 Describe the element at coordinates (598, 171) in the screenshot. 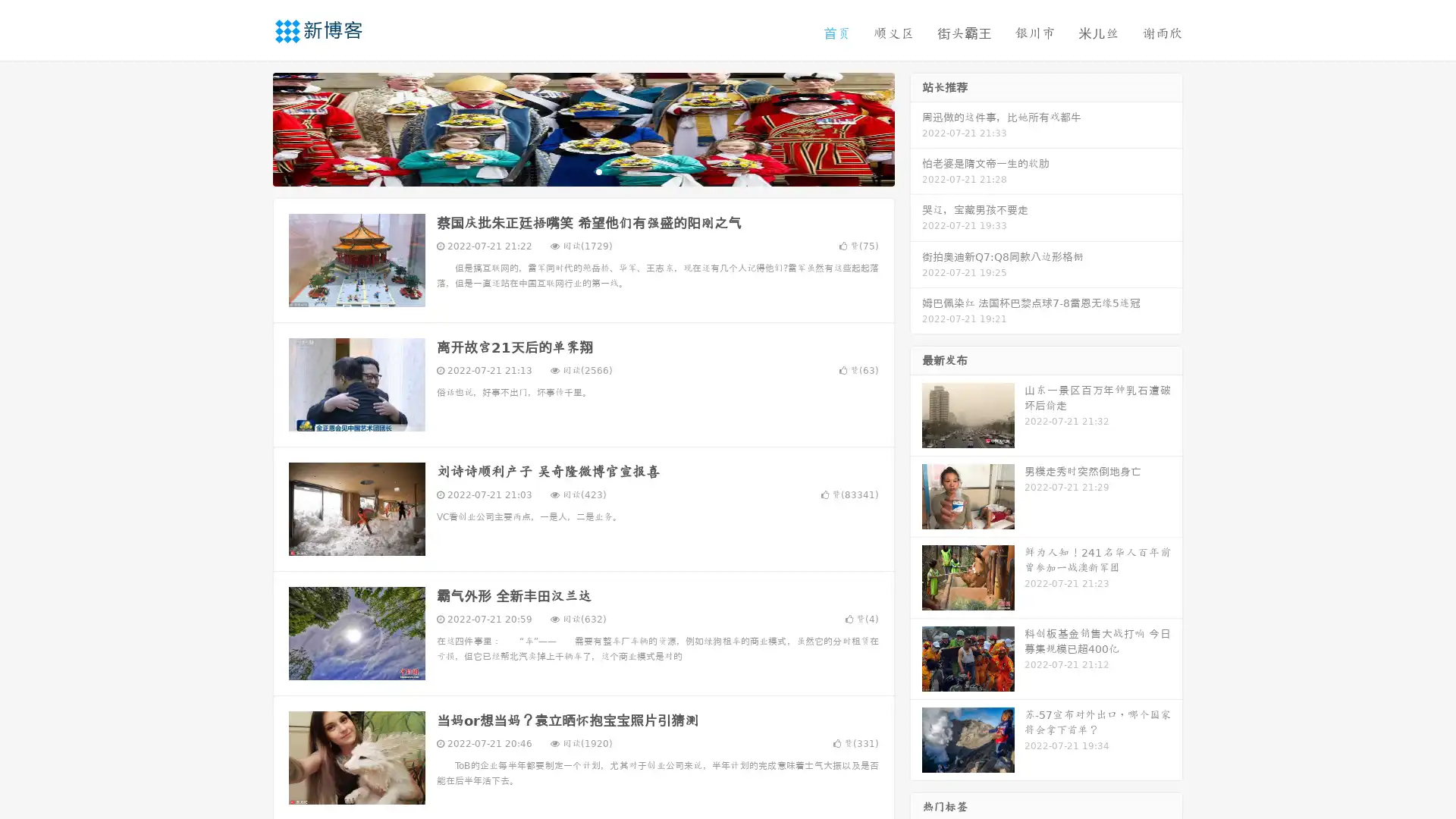

I see `Go to slide 3` at that location.